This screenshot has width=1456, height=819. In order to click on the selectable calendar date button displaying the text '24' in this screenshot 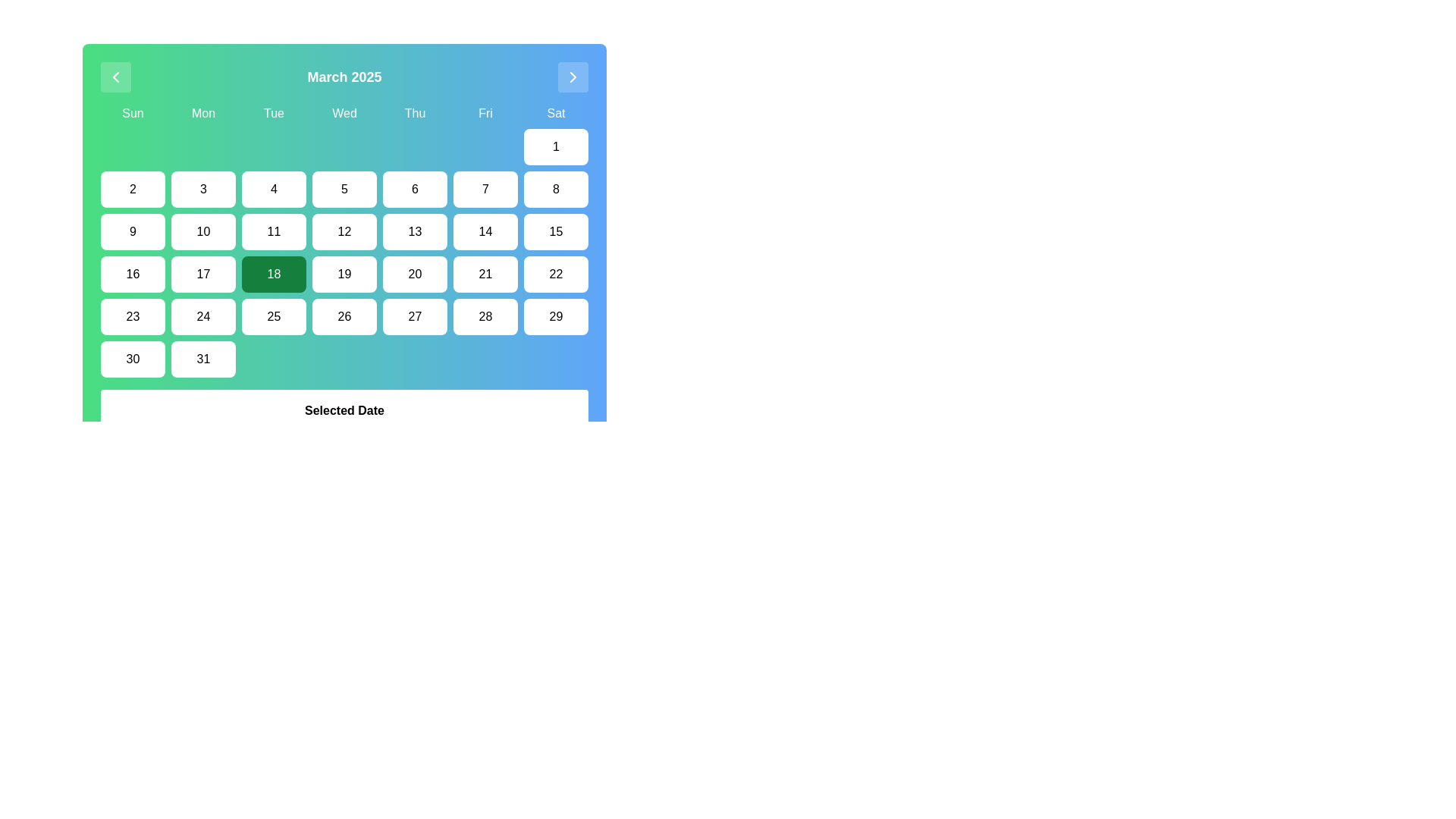, I will do `click(202, 315)`.